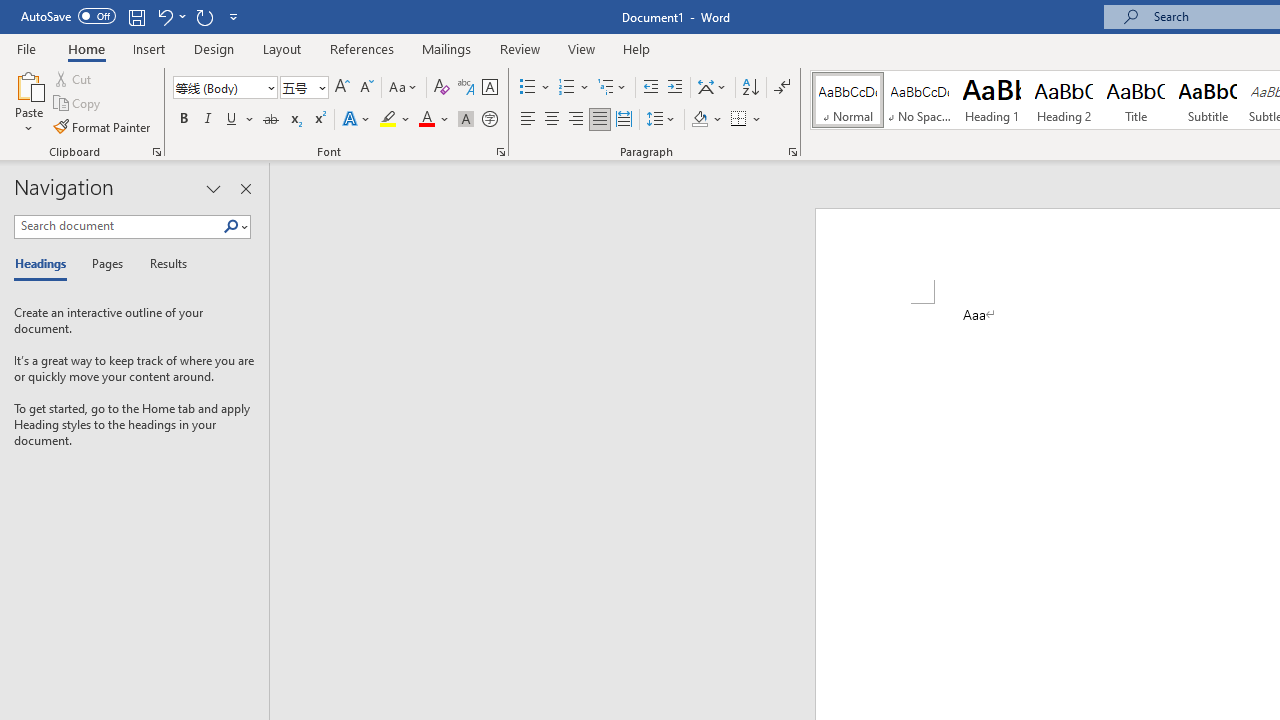 The height and width of the screenshot is (720, 1280). What do you see at coordinates (501, 150) in the screenshot?
I see `'Font...'` at bounding box center [501, 150].